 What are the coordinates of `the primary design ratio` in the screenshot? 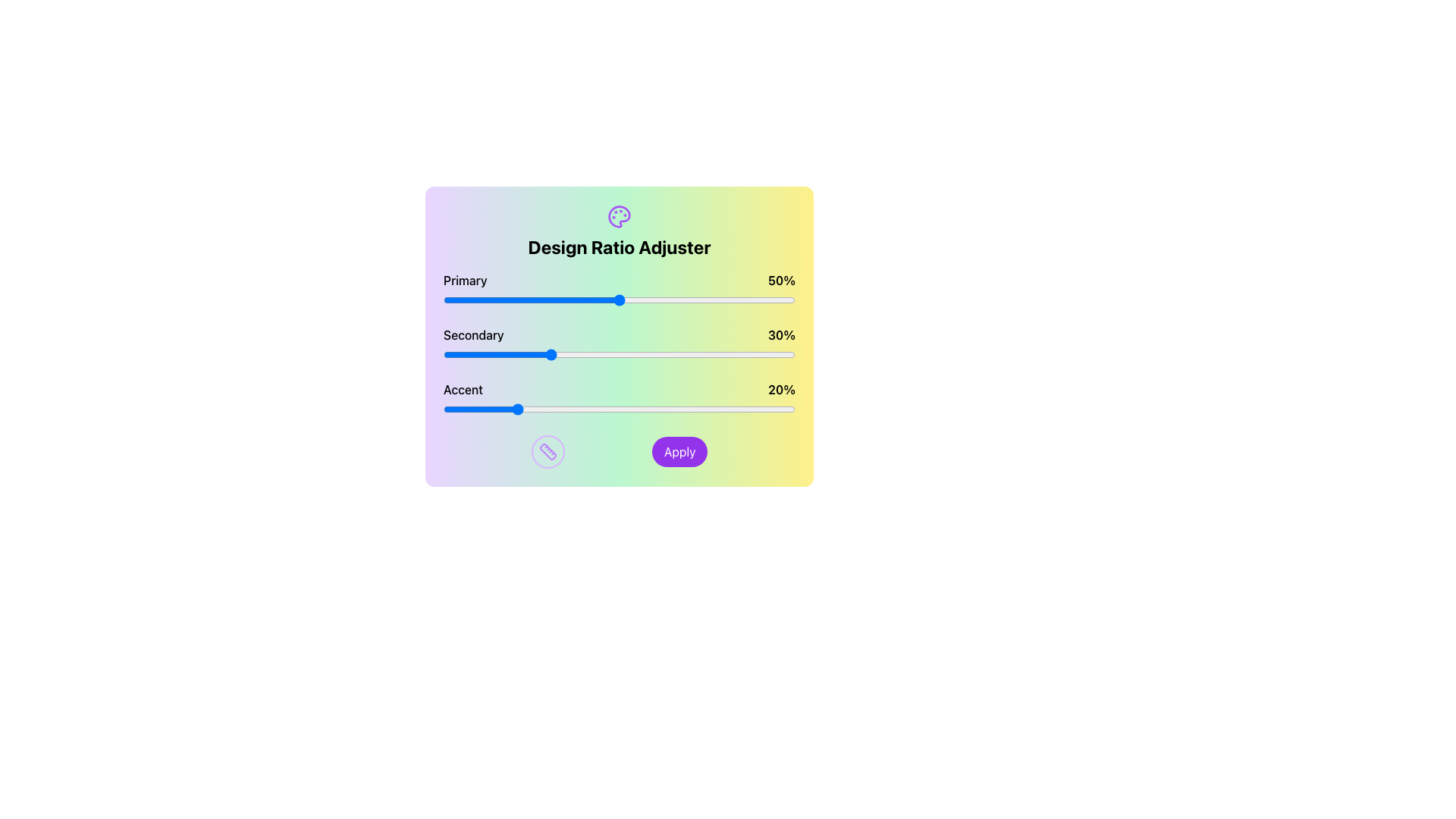 It's located at (791, 300).